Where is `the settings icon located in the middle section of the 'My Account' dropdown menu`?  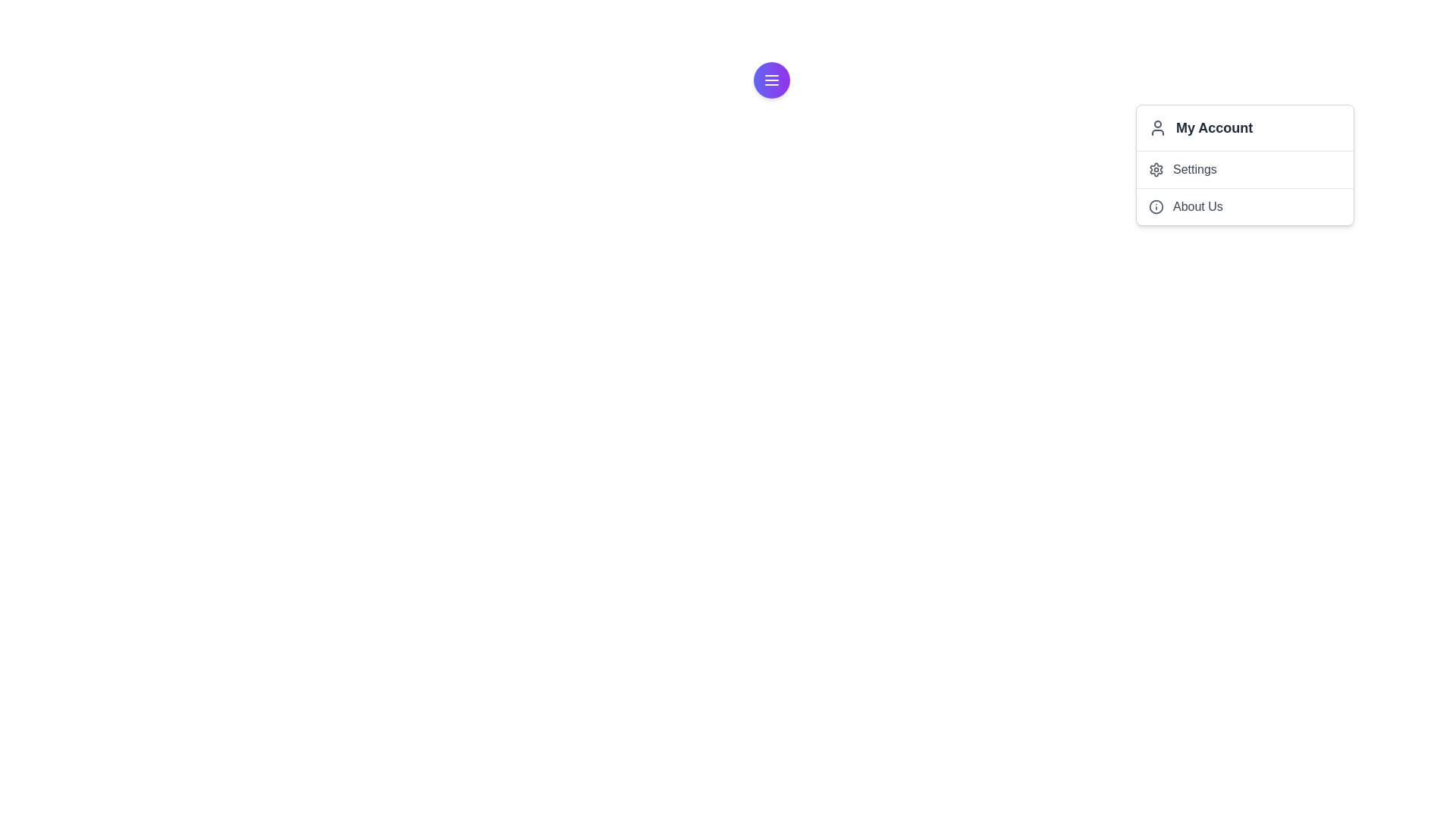 the settings icon located in the middle section of the 'My Account' dropdown menu is located at coordinates (1156, 169).